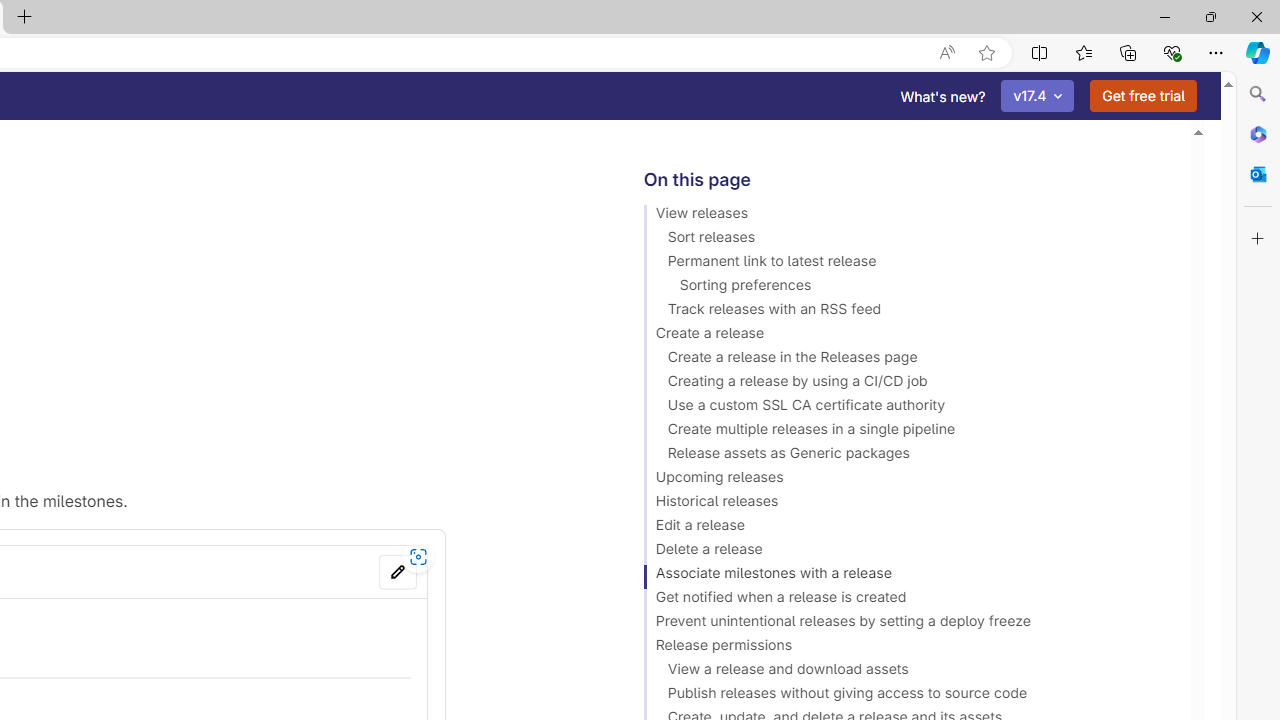  Describe the element at coordinates (907, 456) in the screenshot. I see `'Release assets as Generic packages'` at that location.